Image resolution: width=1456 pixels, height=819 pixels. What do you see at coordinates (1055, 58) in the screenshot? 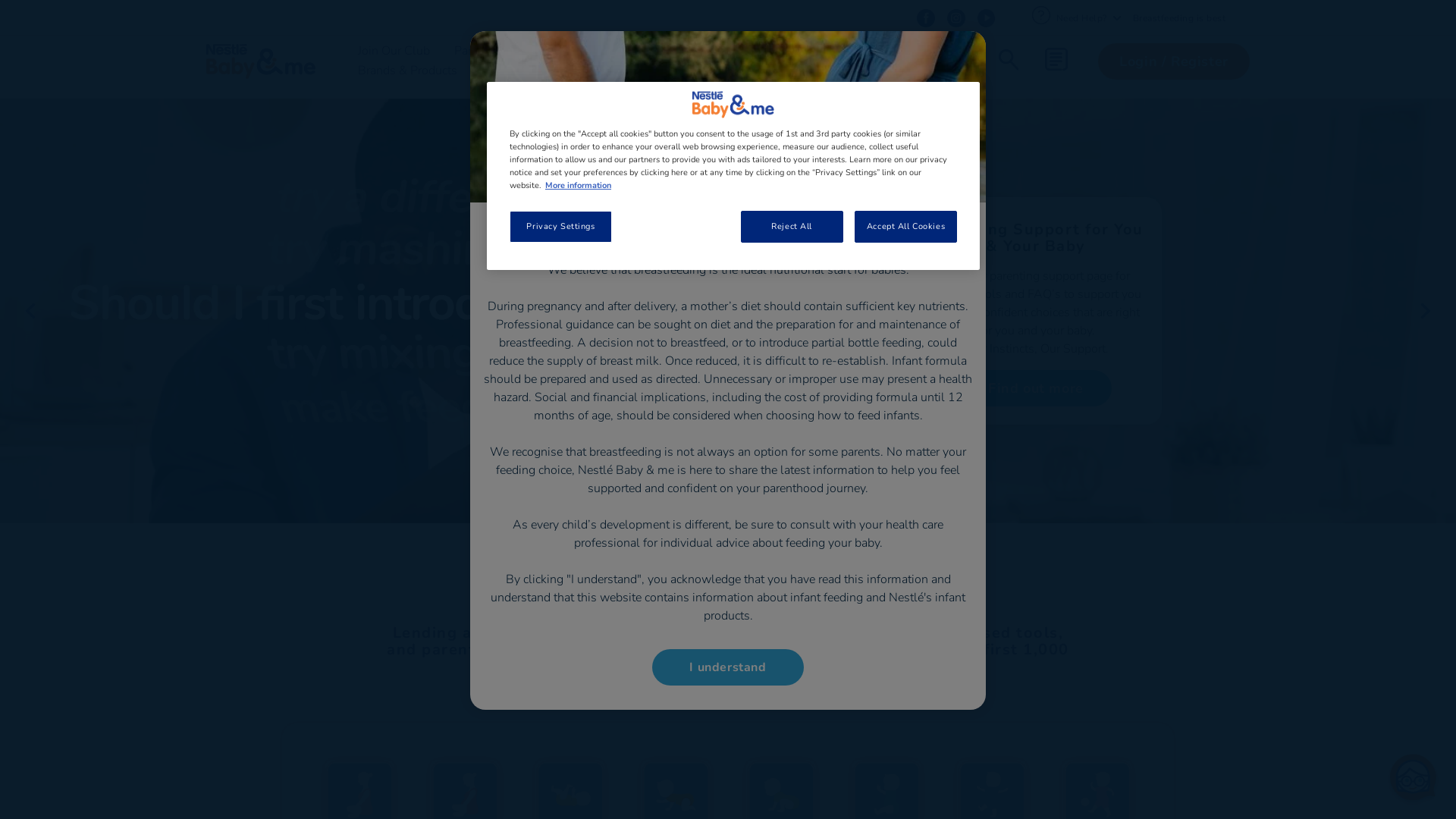
I see `'MyFeed Personalized Content'` at bounding box center [1055, 58].